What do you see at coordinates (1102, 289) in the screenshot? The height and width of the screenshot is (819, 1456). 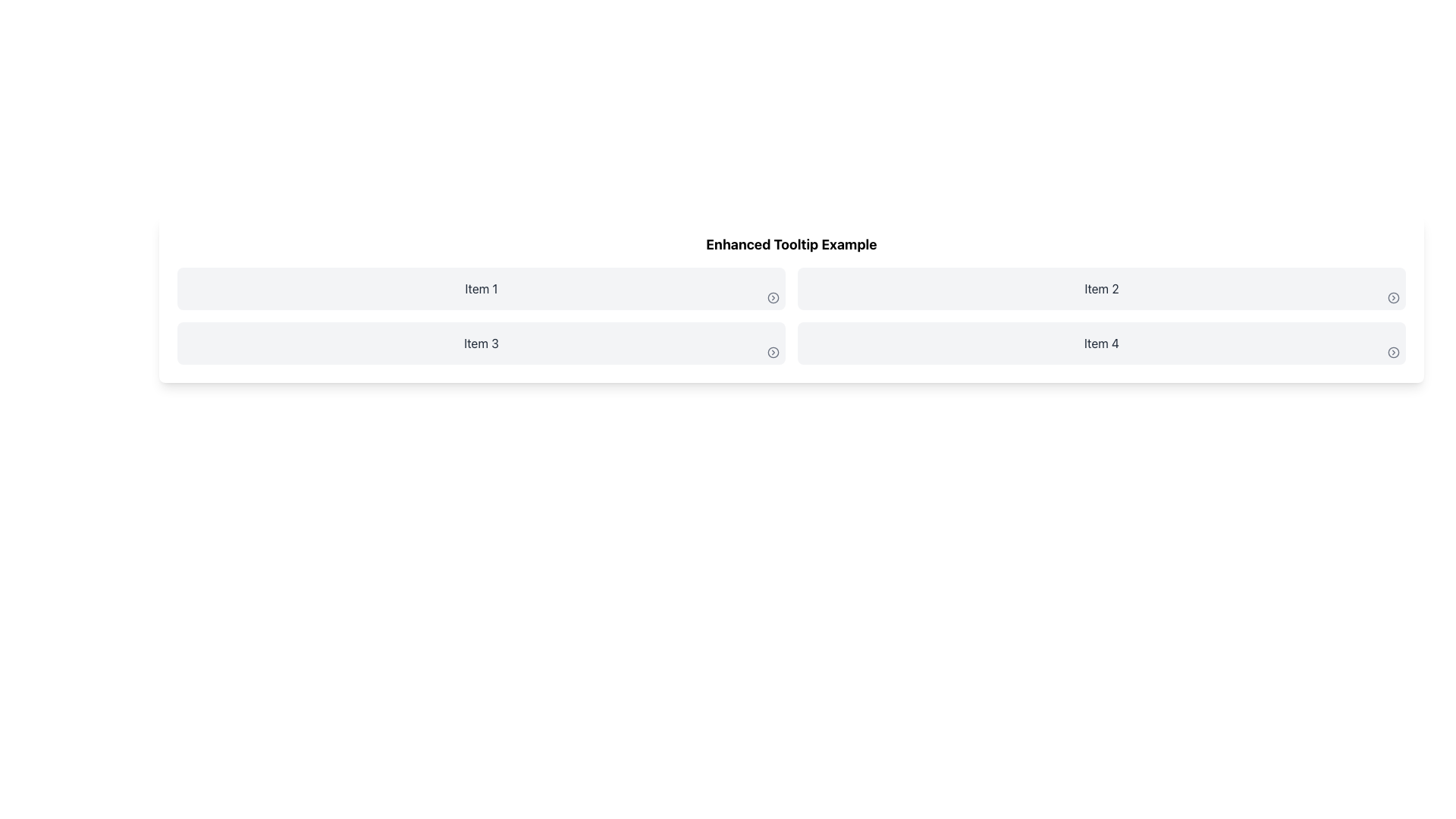 I see `to interact with the second card in the grid layout, which has a light gray background, rounded corners, and contains the text 'Item 2' on the left with a chevron icon on the right` at bounding box center [1102, 289].